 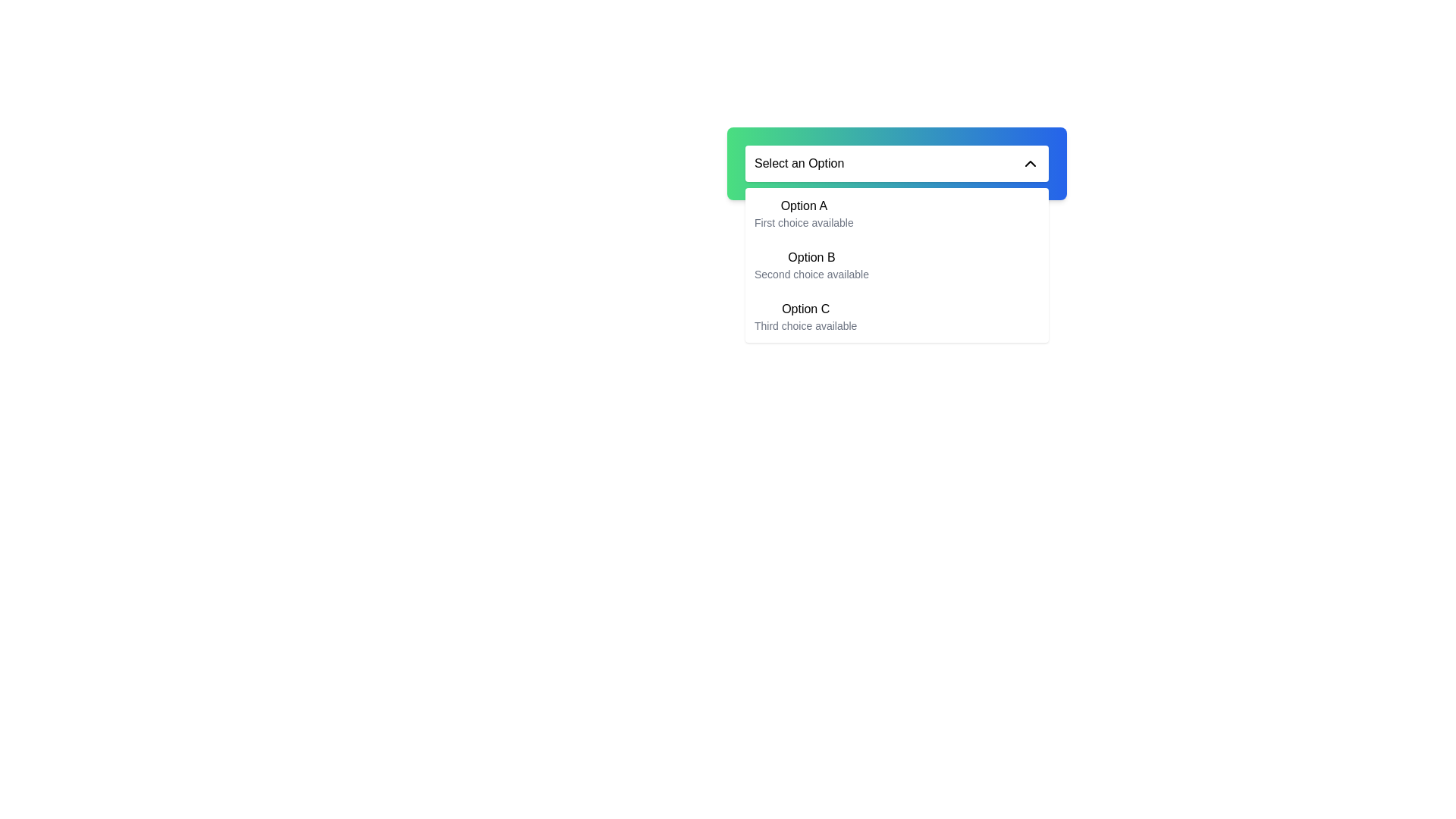 What do you see at coordinates (811, 275) in the screenshot?
I see `the static text label reading 'Second choice available', which is positioned below the option 'Option B' in the dropdown menu` at bounding box center [811, 275].